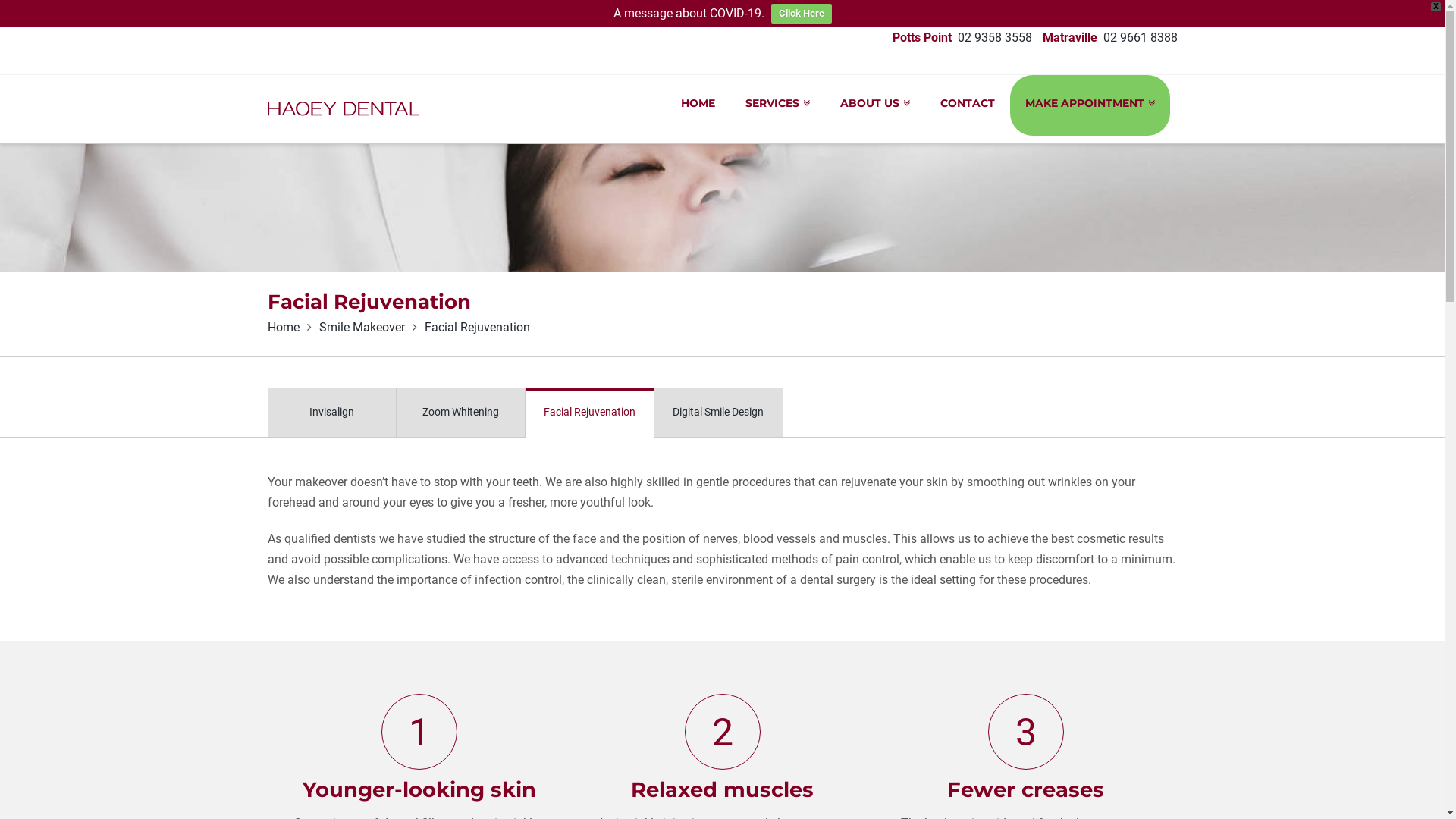 This screenshot has width=1456, height=819. What do you see at coordinates (360, 326) in the screenshot?
I see `'Smile Makeover'` at bounding box center [360, 326].